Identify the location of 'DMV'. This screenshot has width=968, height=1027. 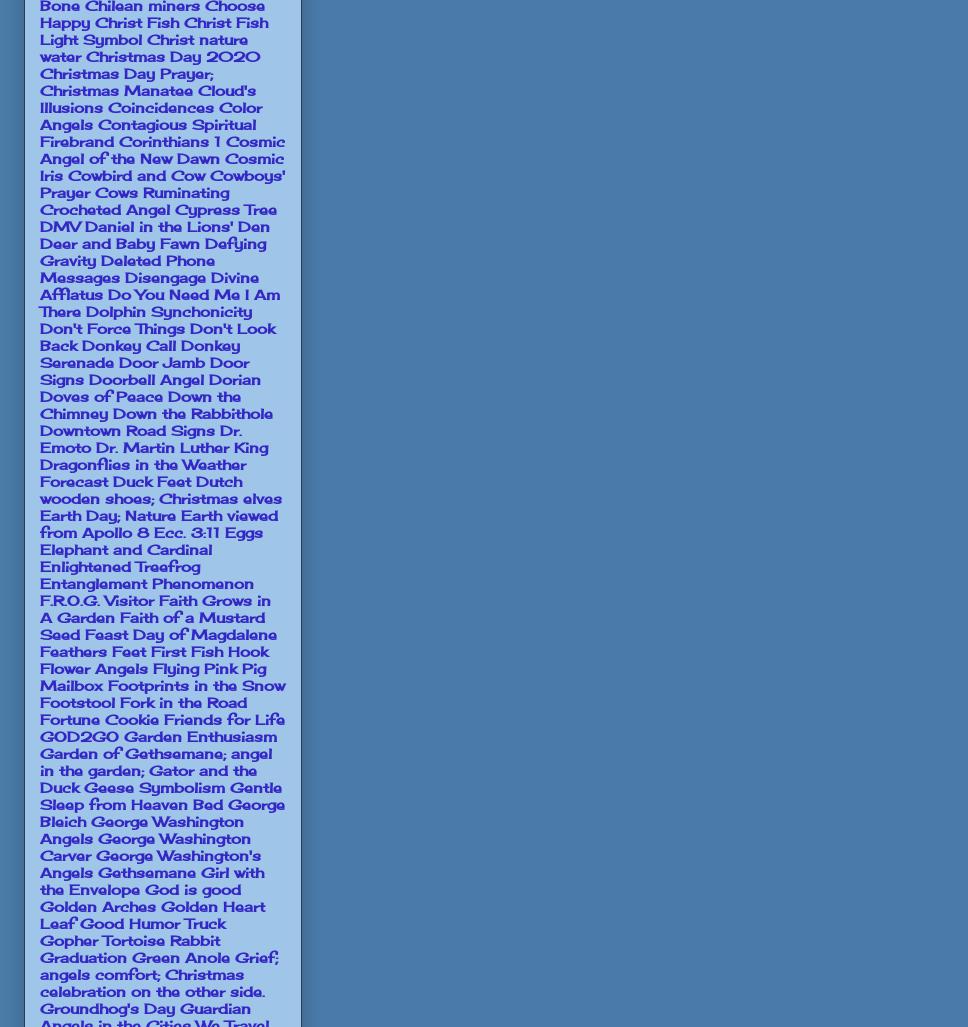
(59, 224).